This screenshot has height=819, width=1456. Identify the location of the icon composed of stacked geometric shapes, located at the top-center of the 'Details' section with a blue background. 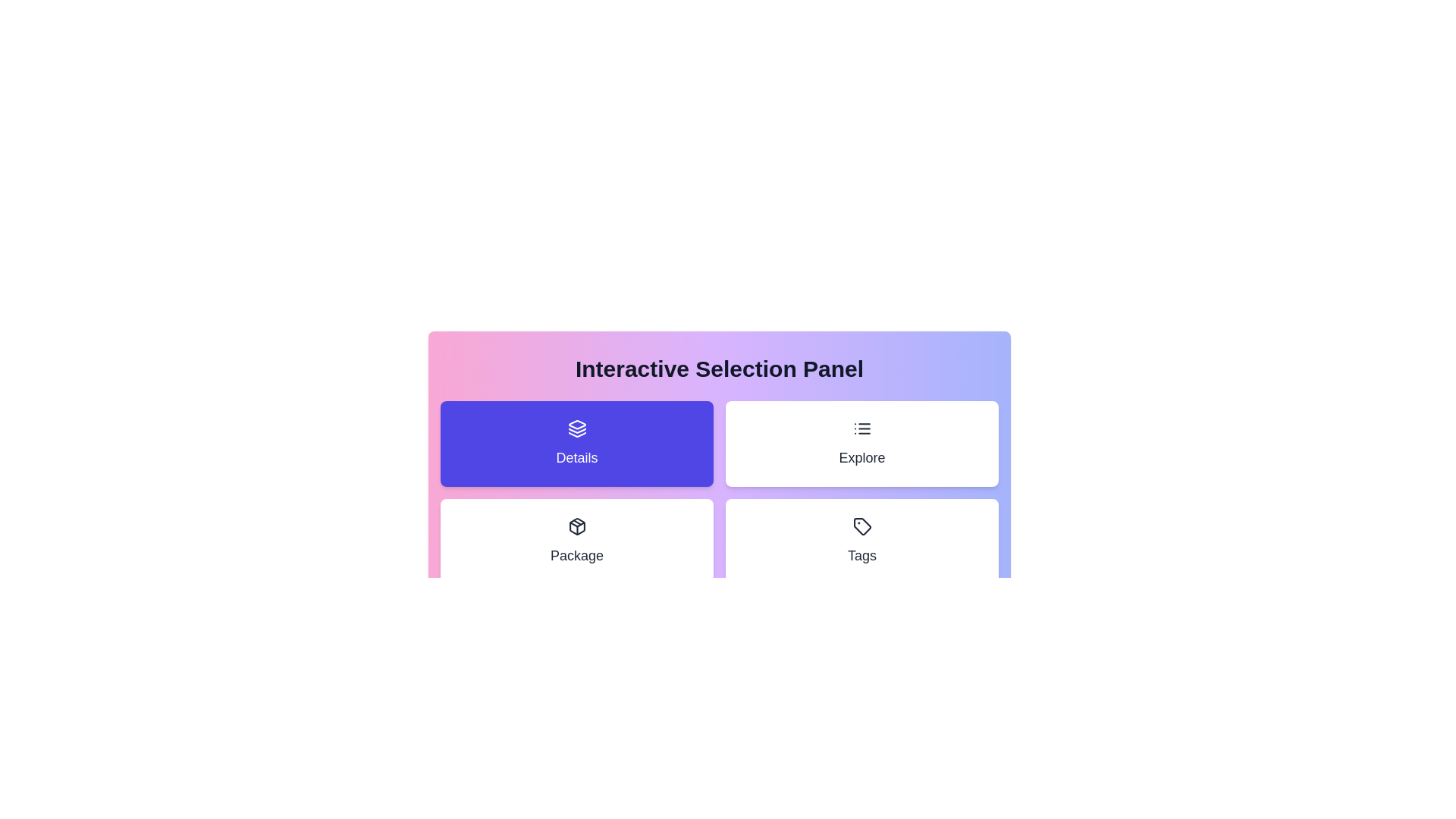
(576, 428).